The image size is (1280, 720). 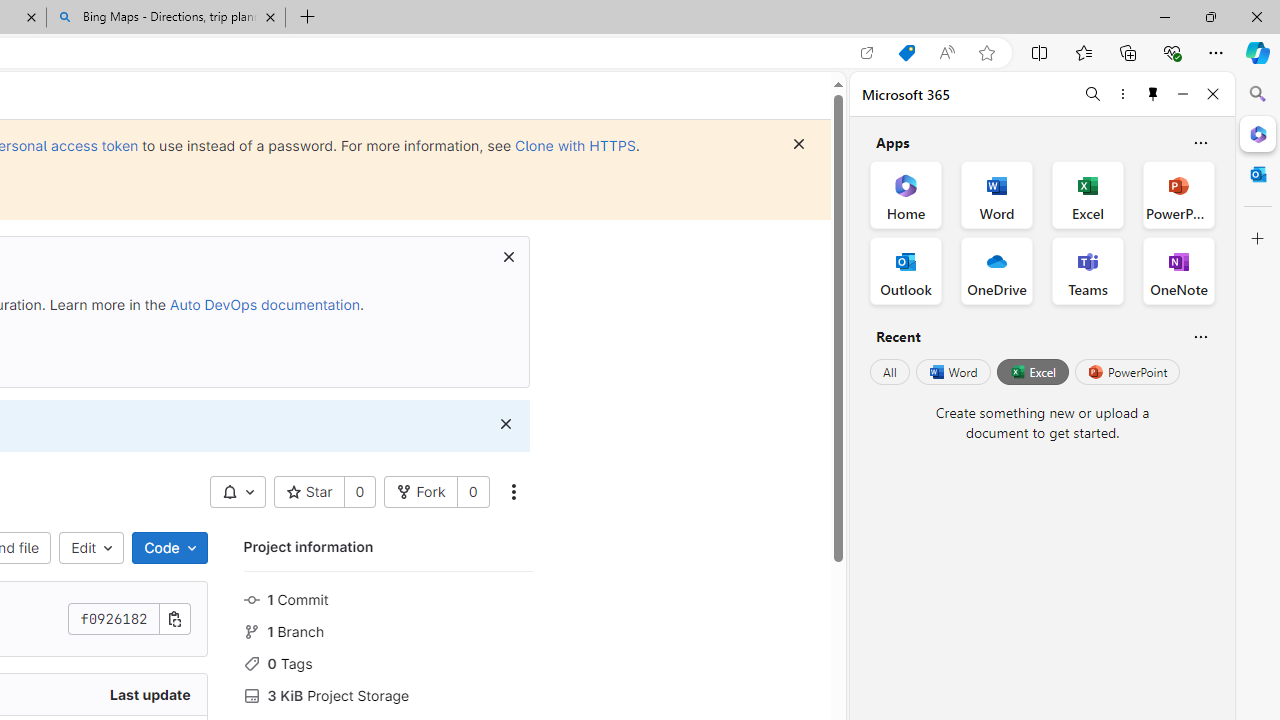 I want to click on 'Clone with HTTPS', so click(x=574, y=144).